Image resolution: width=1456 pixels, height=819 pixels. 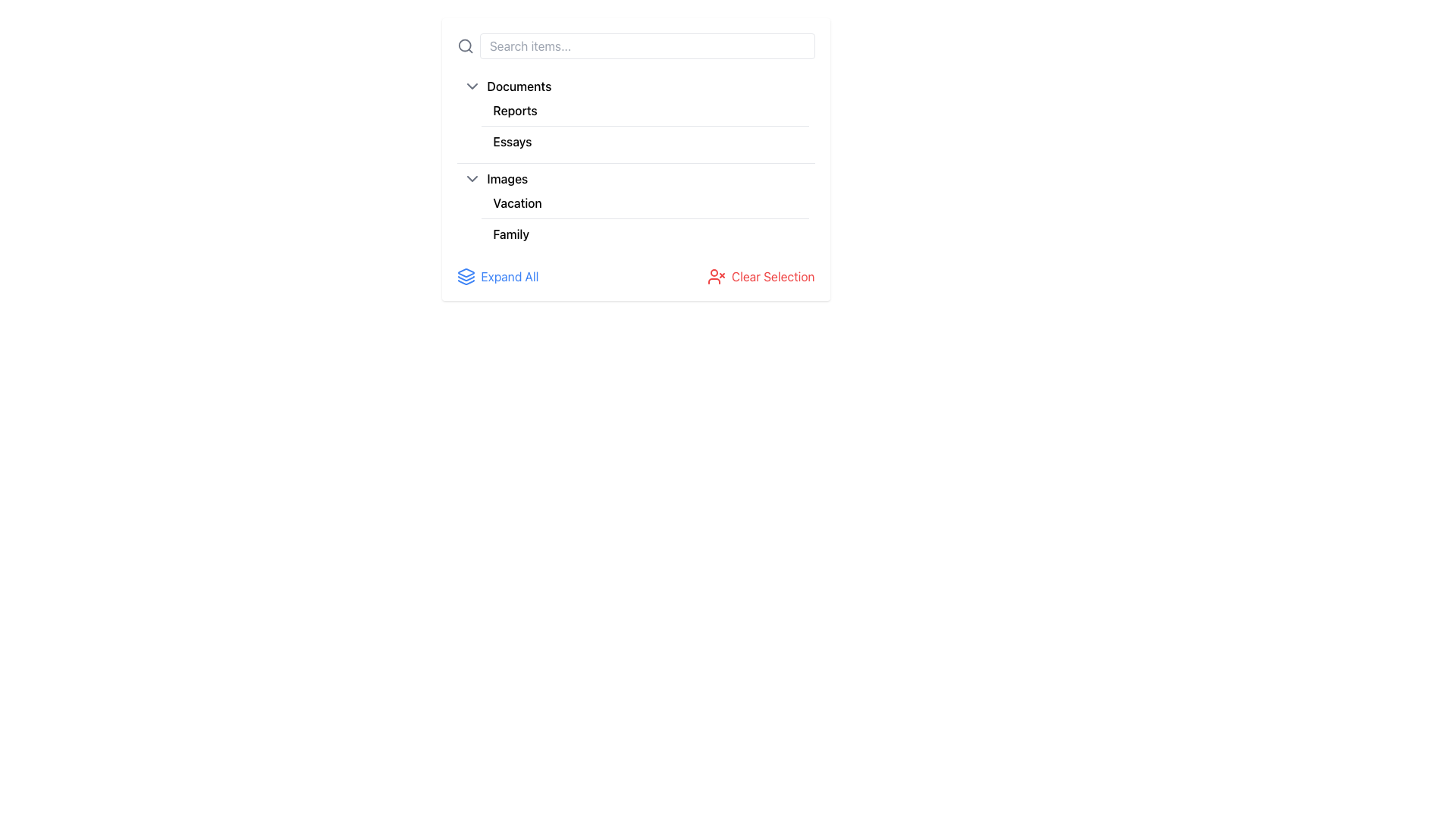 I want to click on the text label or button located in the lower-left section of the main area, which is to the right of a blue icon resembling layered squares, so click(x=510, y=277).